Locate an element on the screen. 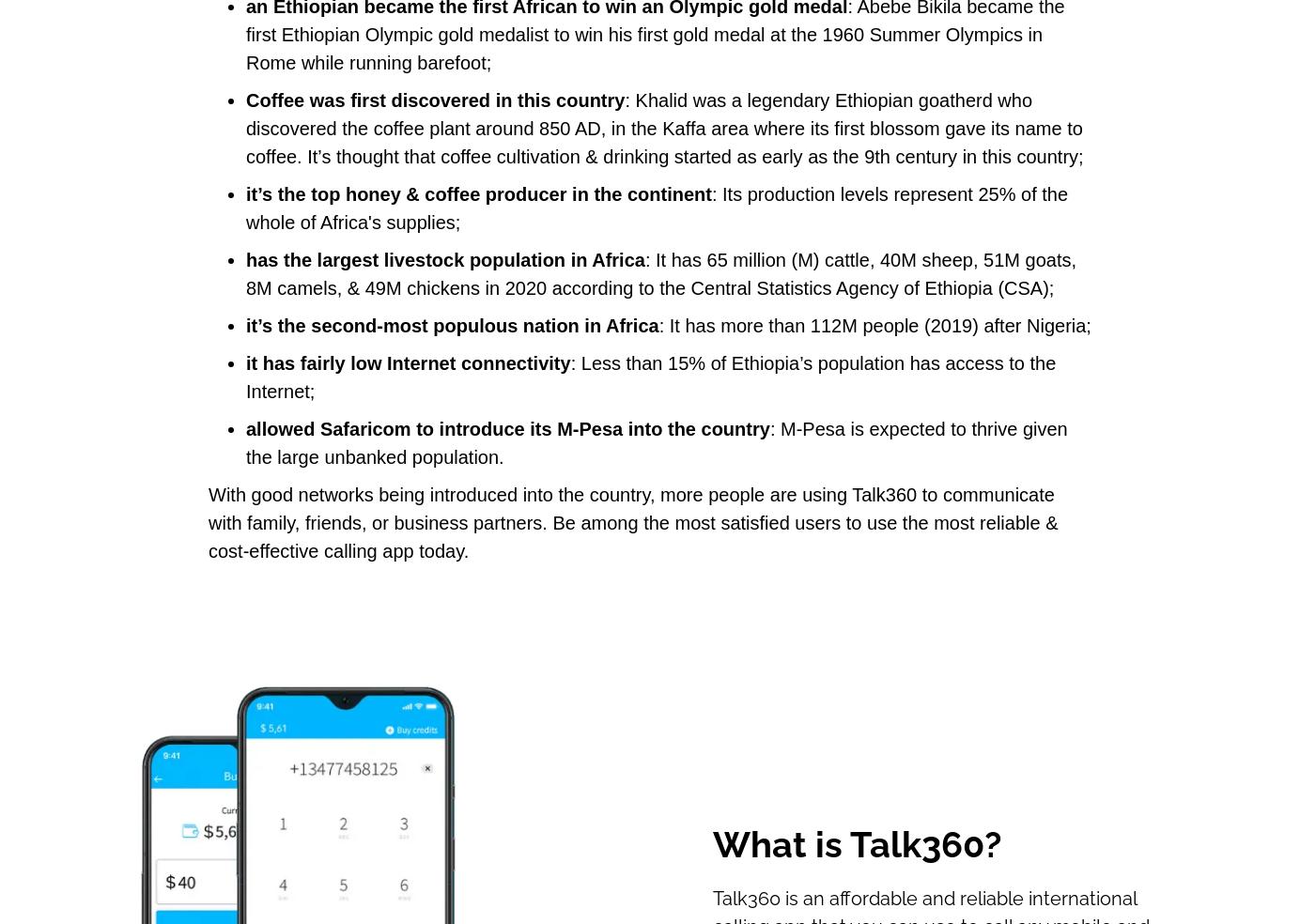 The height and width of the screenshot is (924, 1300). ': M-Pesa is expected to thrive given the large unbanked population.' is located at coordinates (656, 443).